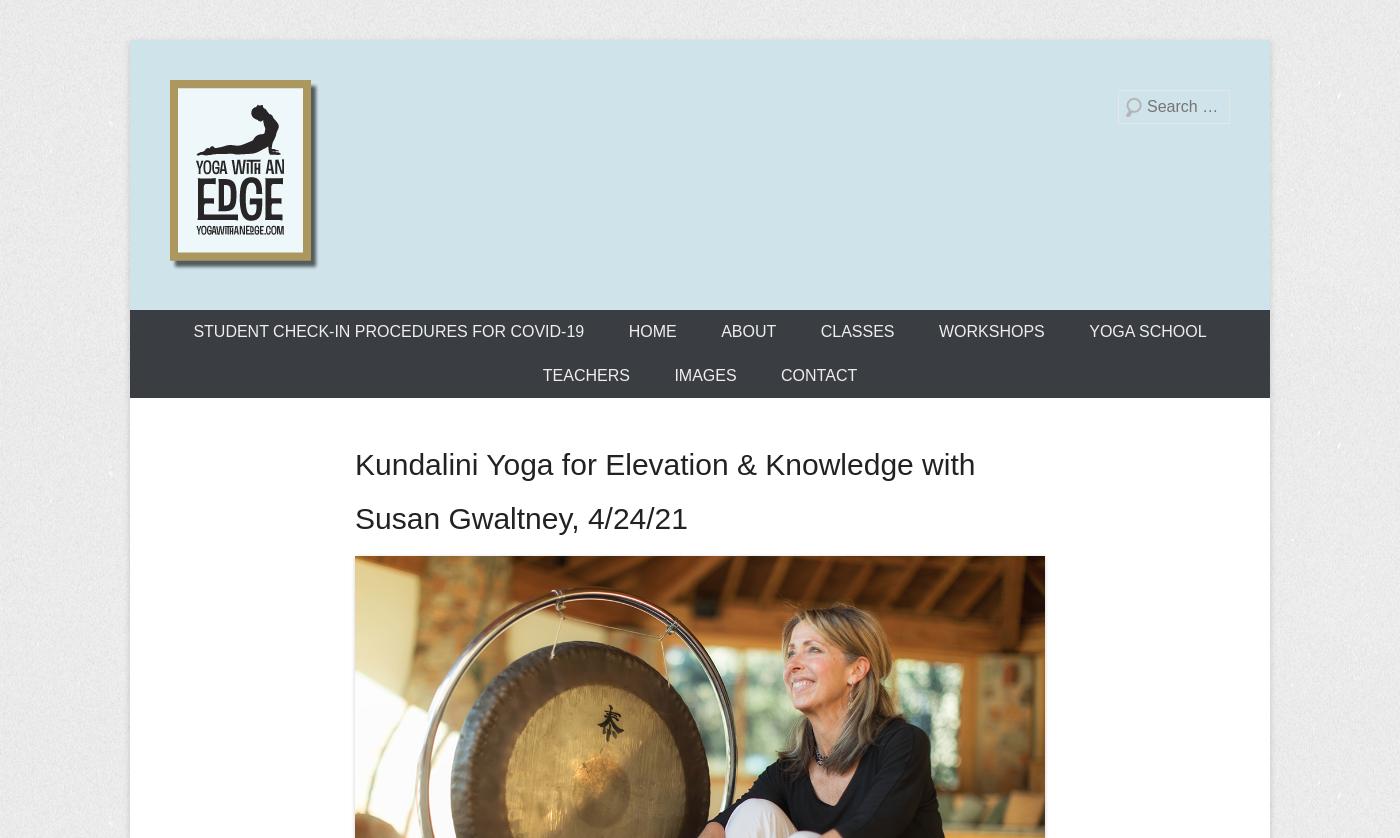 Image resolution: width=1400 pixels, height=838 pixels. I want to click on 'Home', so click(628, 330).